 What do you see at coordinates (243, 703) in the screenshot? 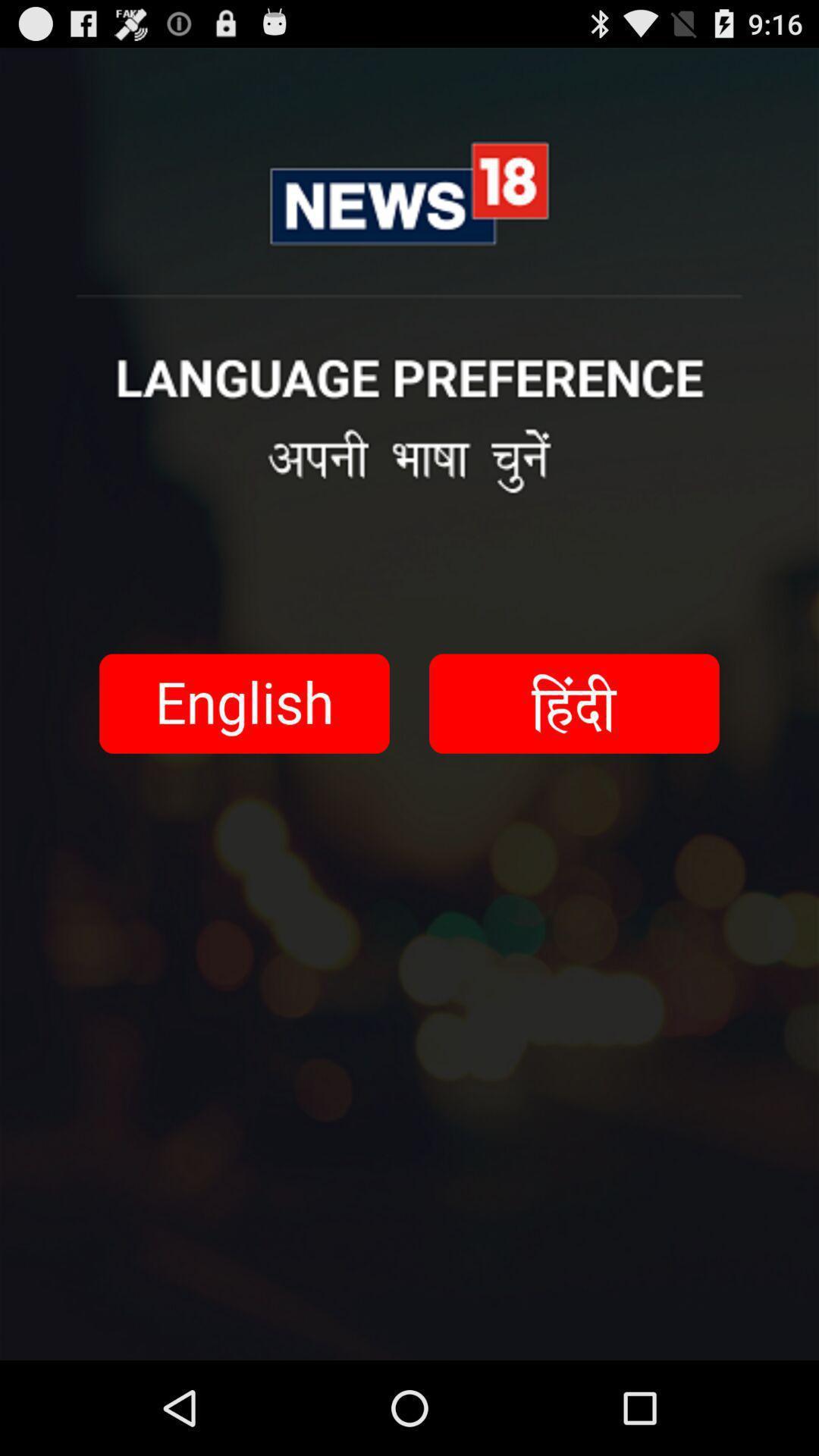
I see `language` at bounding box center [243, 703].